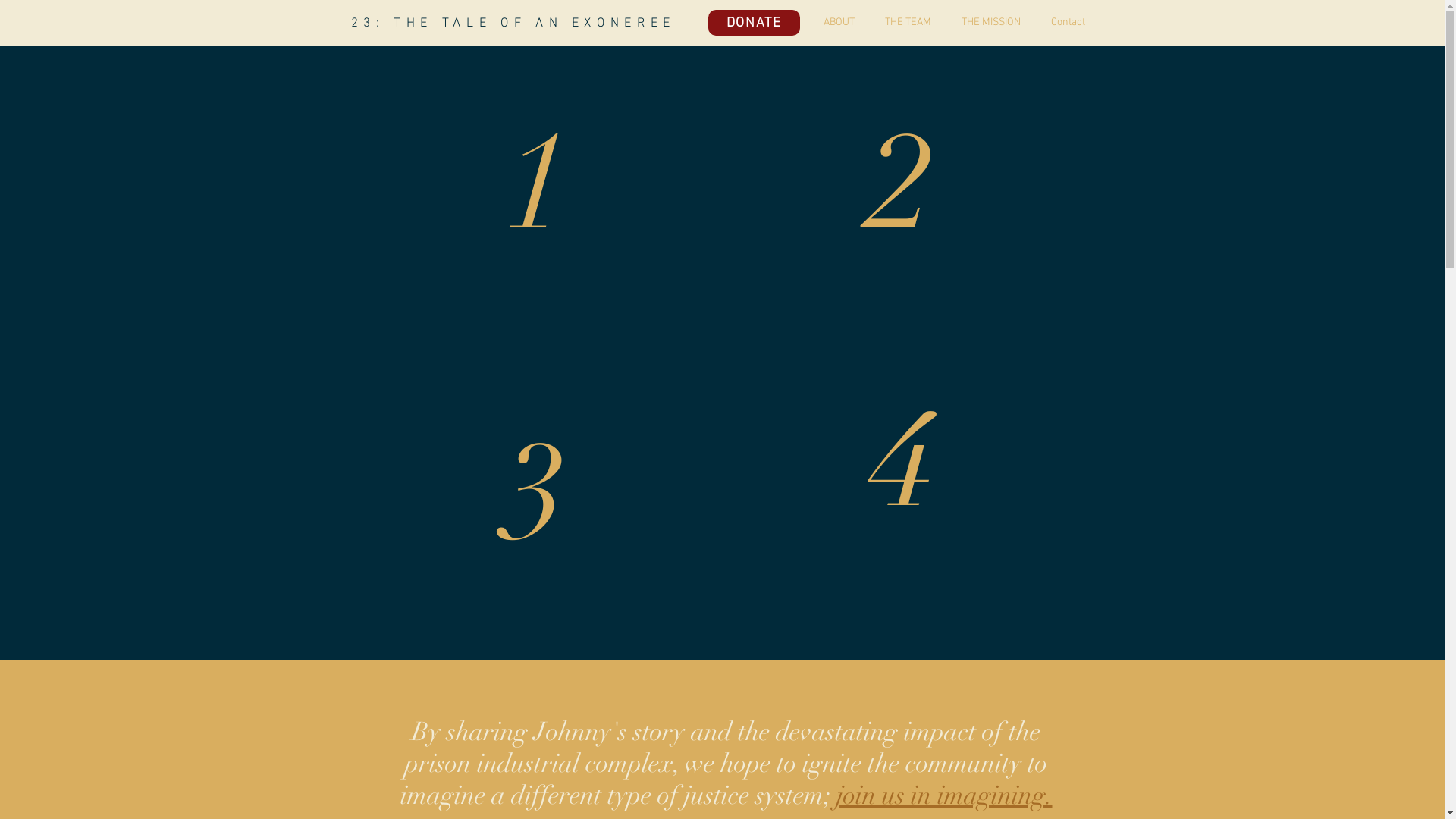  I want to click on 'THE TEAM', so click(899, 23).